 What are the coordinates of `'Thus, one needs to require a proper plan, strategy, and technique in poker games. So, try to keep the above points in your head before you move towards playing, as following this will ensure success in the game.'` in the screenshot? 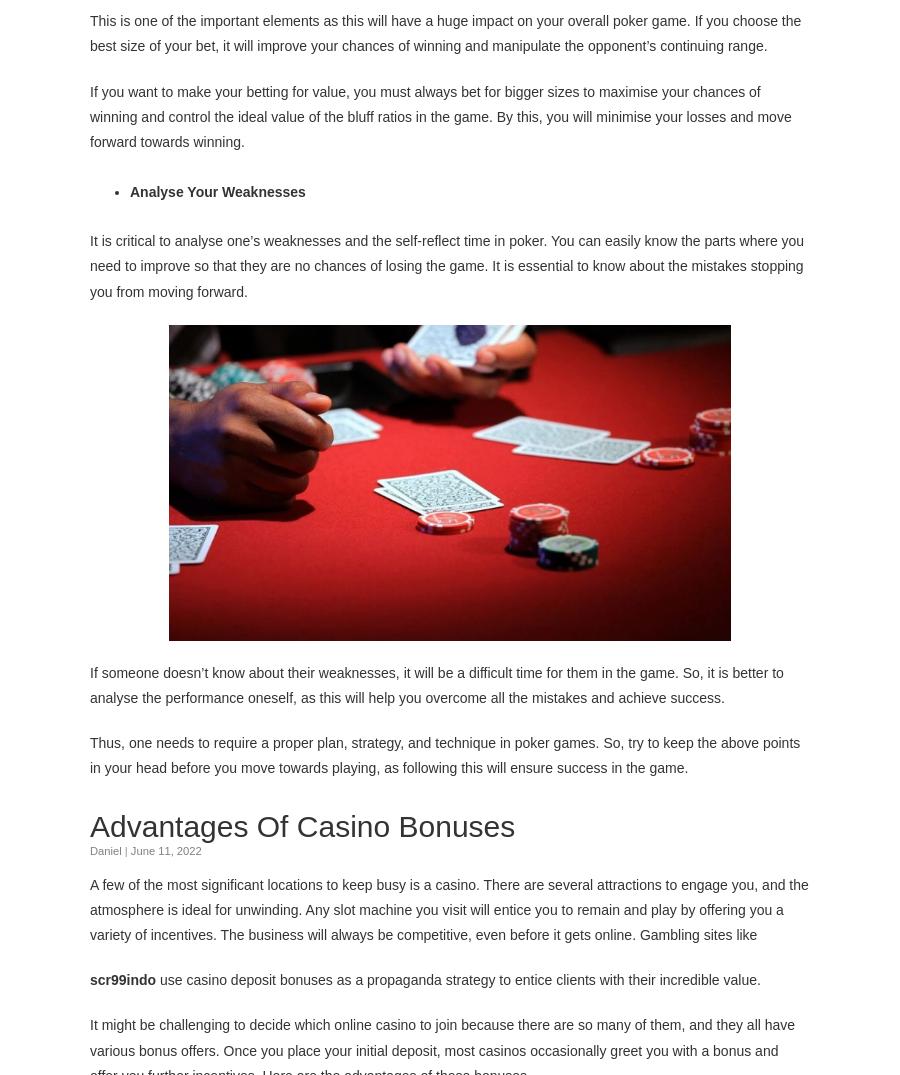 It's located at (444, 754).